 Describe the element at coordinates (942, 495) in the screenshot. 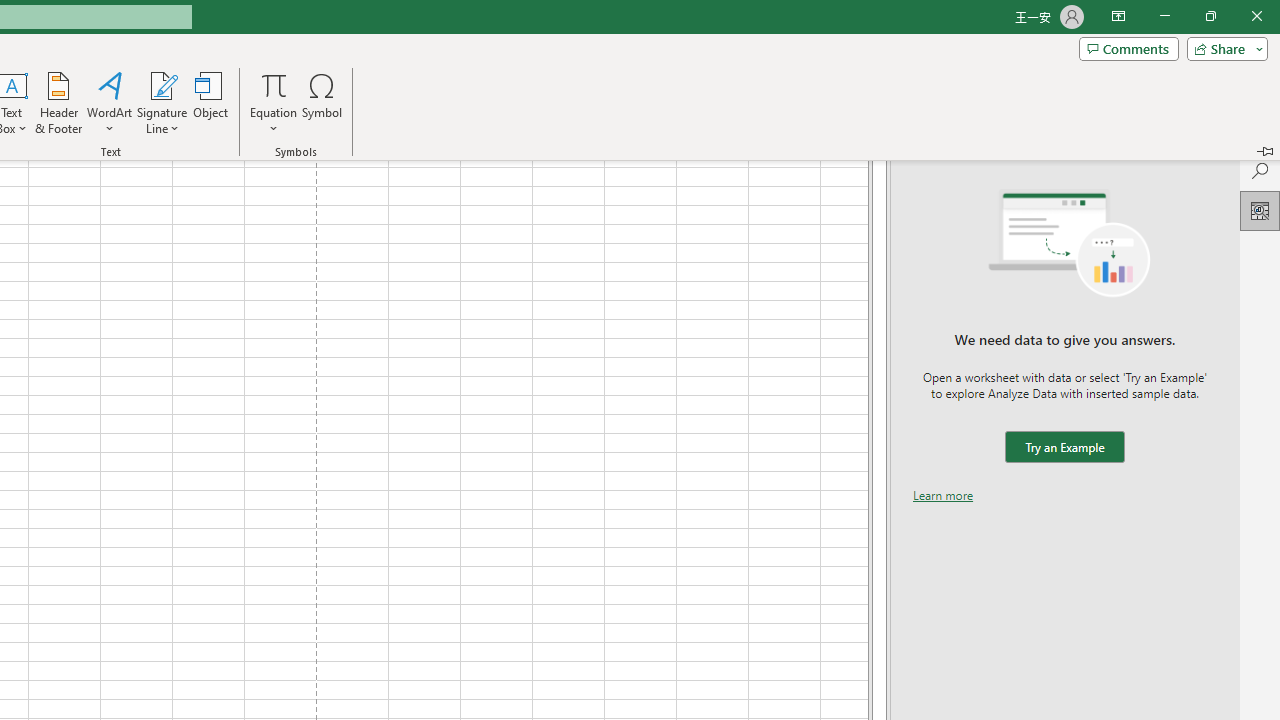

I see `'Learn more'` at that location.